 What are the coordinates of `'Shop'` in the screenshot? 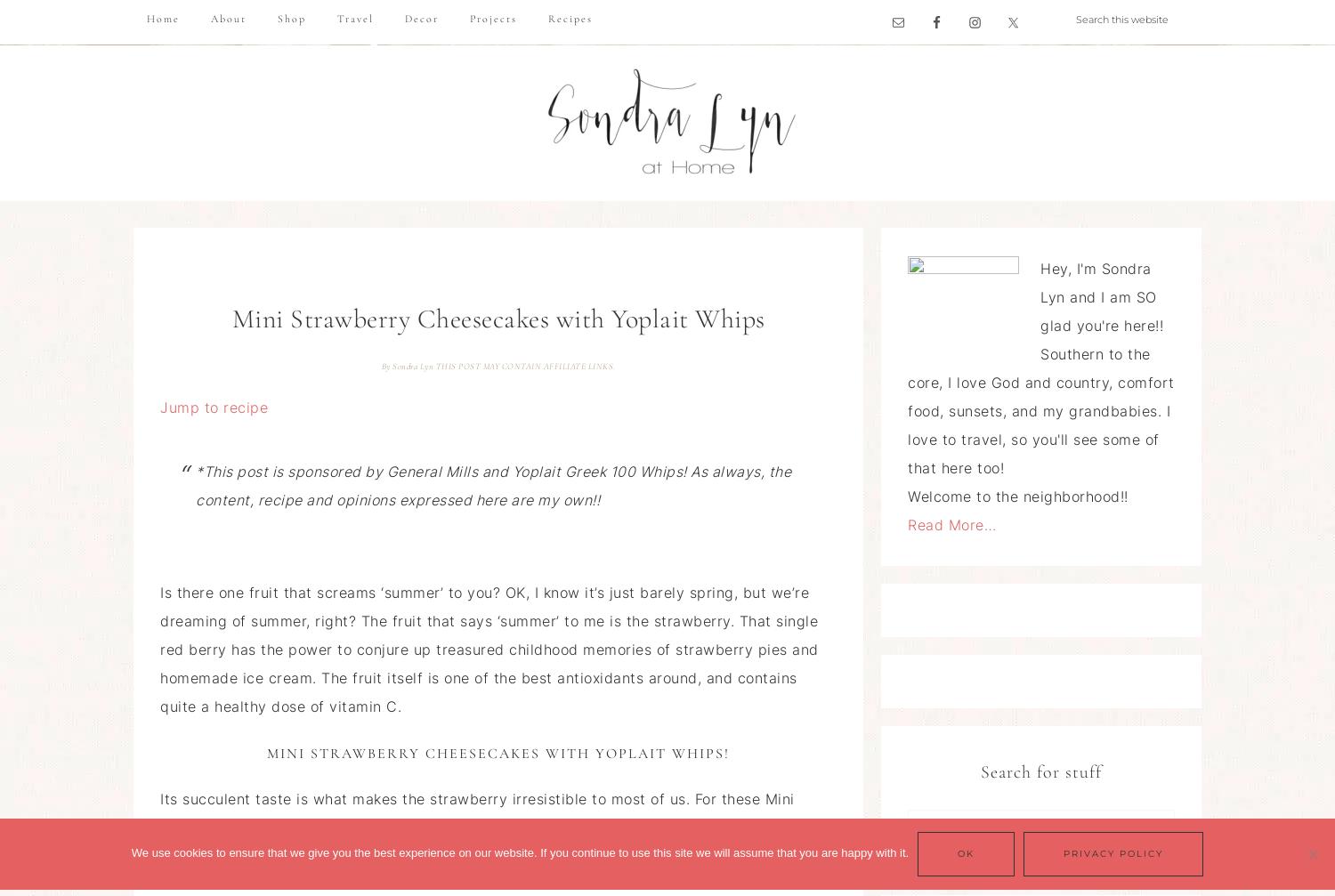 It's located at (291, 19).